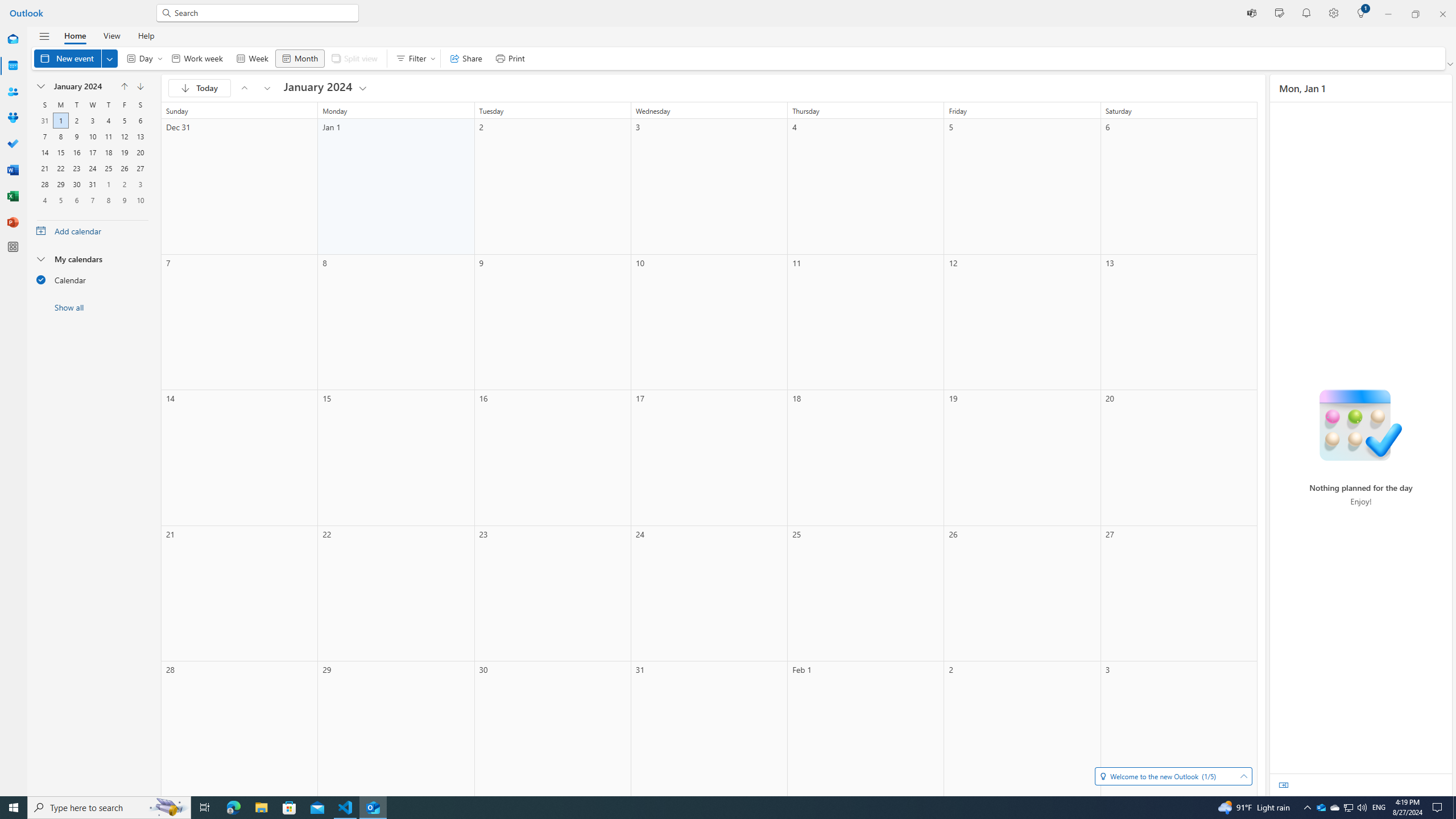 The image size is (1456, 819). I want to click on '9, February, 2024', so click(123, 200).